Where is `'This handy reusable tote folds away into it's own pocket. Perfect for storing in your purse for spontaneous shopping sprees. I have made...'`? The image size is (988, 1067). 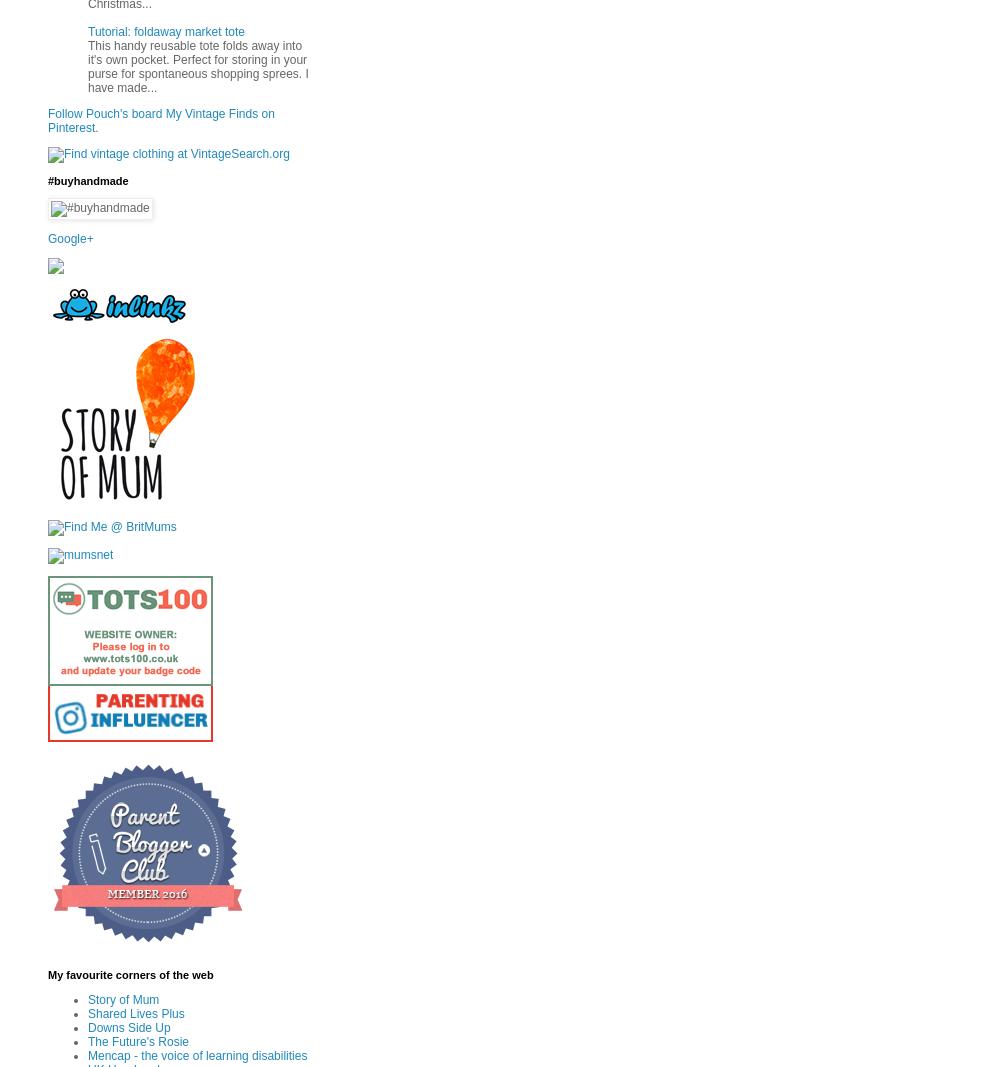
'This handy reusable tote folds away into it's own pocket. Perfect for storing in your purse for spontaneous shopping sprees. I have made...' is located at coordinates (197, 66).